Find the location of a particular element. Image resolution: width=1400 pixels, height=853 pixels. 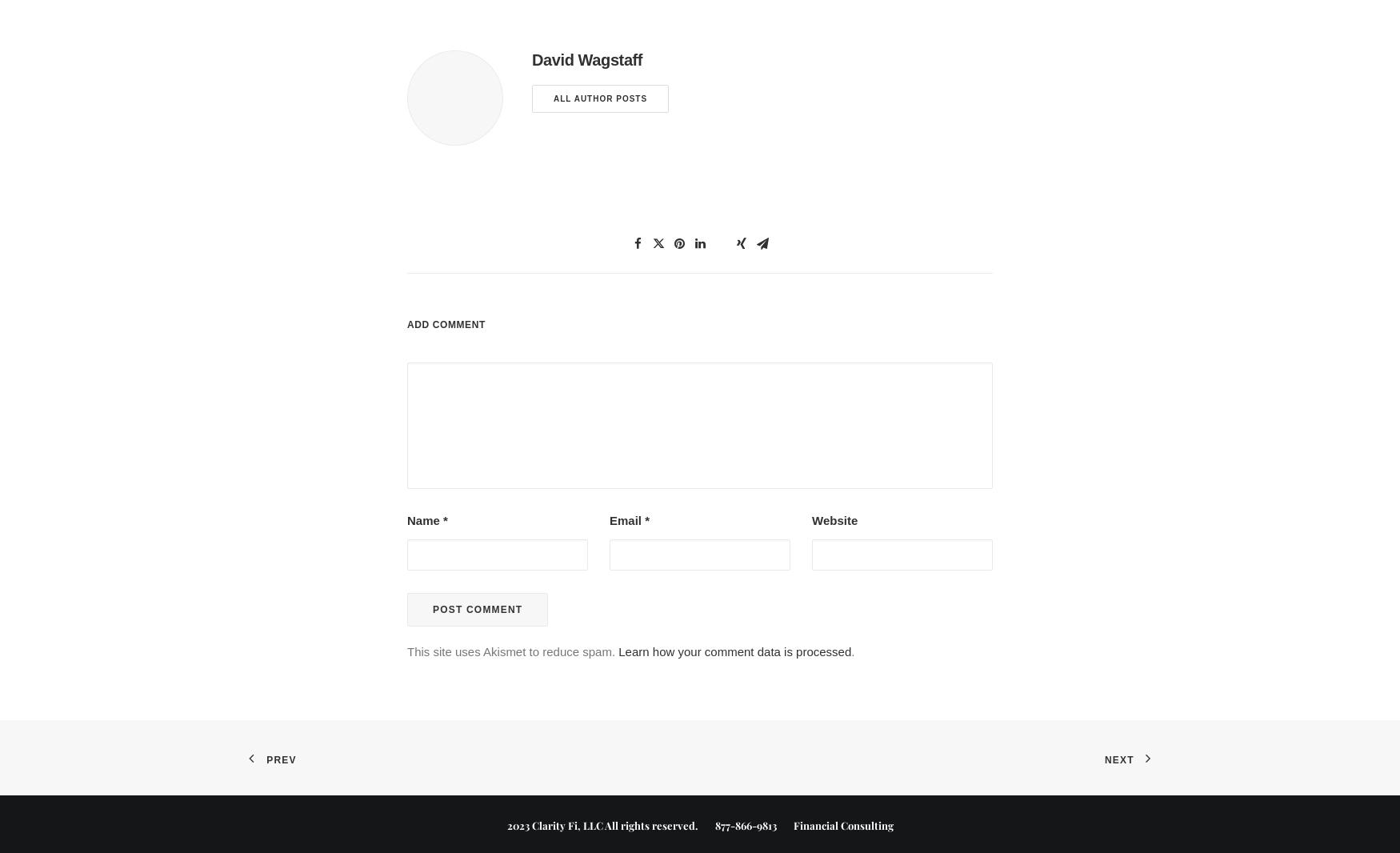

'877-866-9813' is located at coordinates (744, 824).